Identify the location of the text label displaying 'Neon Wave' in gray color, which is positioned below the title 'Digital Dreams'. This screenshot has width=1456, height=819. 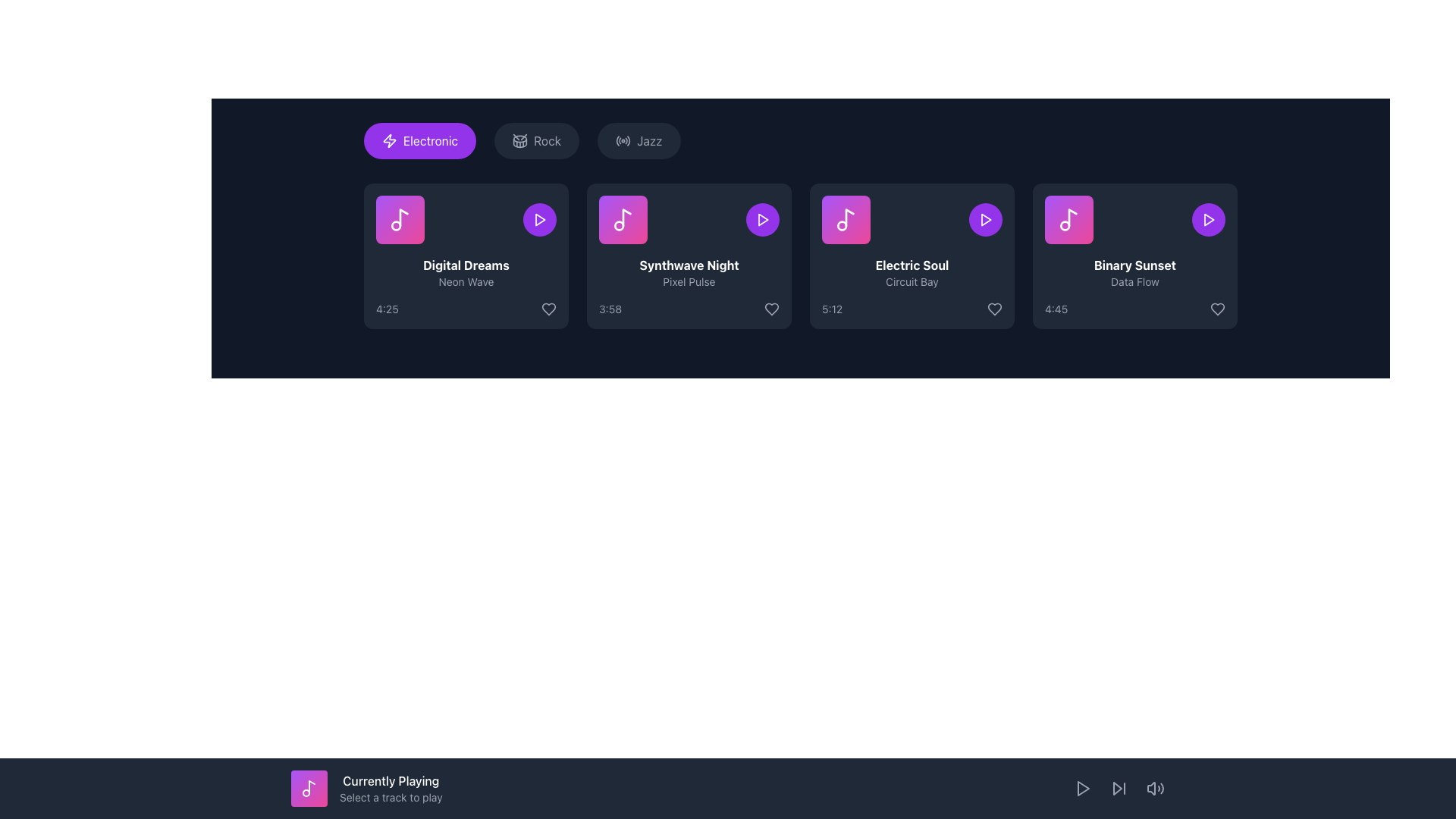
(465, 281).